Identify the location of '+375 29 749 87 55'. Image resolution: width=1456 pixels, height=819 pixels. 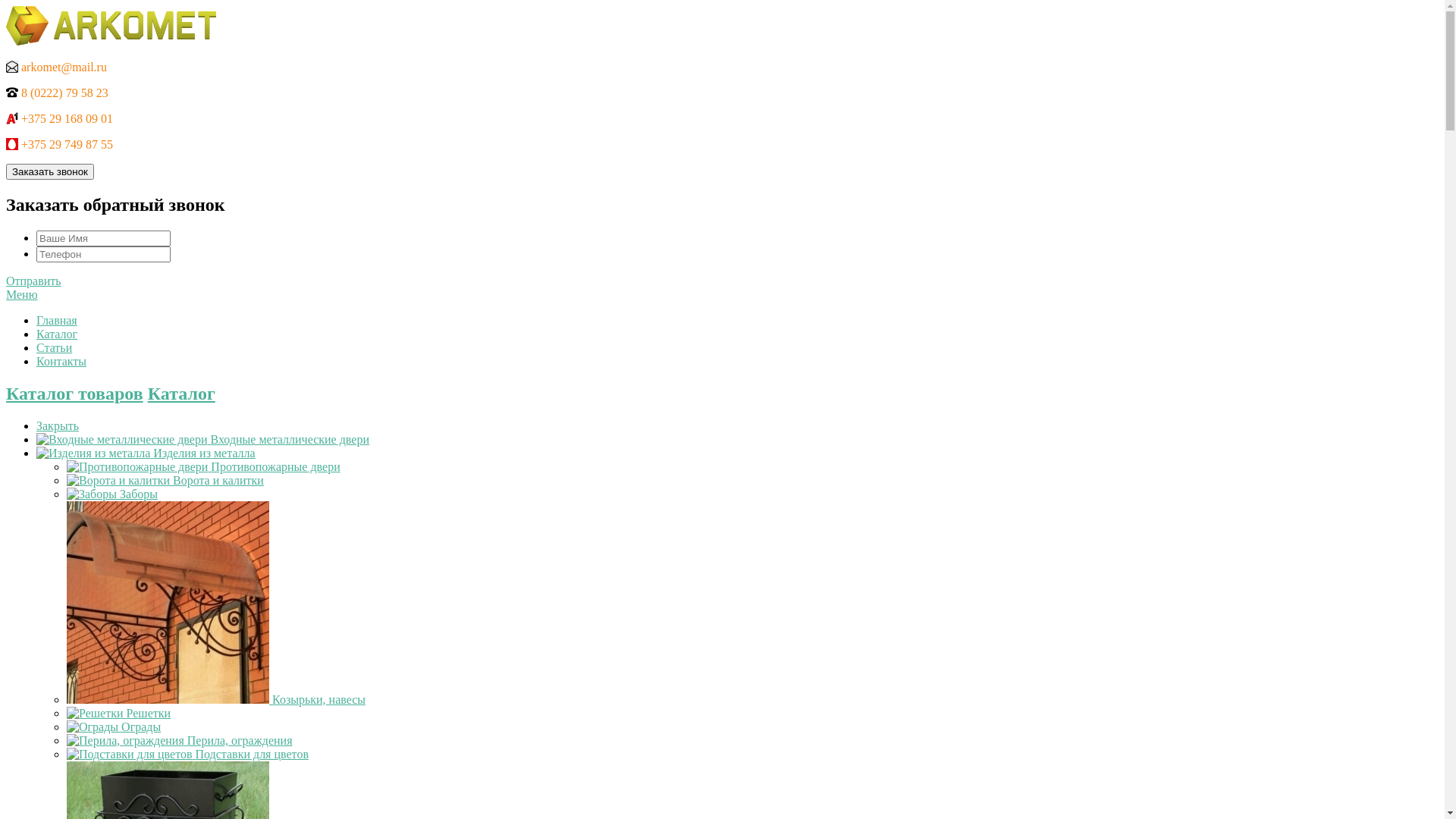
(59, 144).